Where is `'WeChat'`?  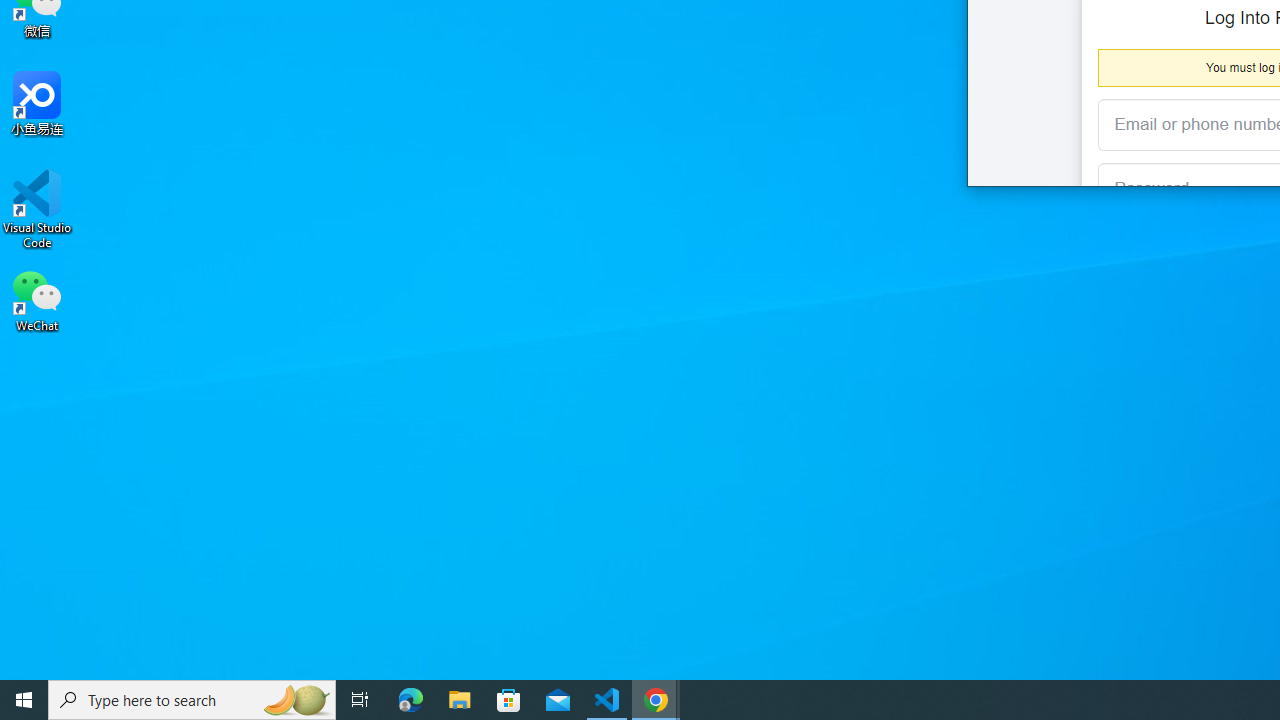
'WeChat' is located at coordinates (37, 299).